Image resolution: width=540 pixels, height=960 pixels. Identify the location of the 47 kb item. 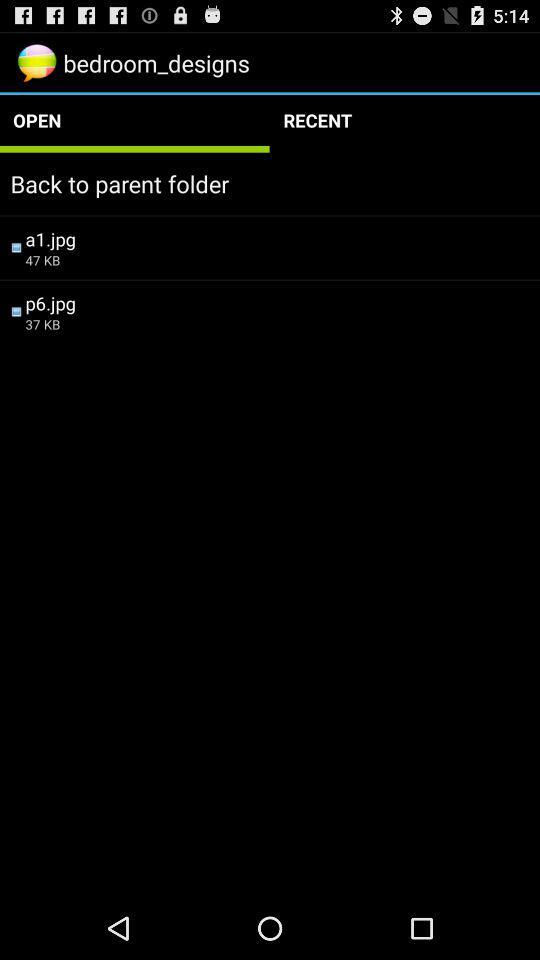
(276, 259).